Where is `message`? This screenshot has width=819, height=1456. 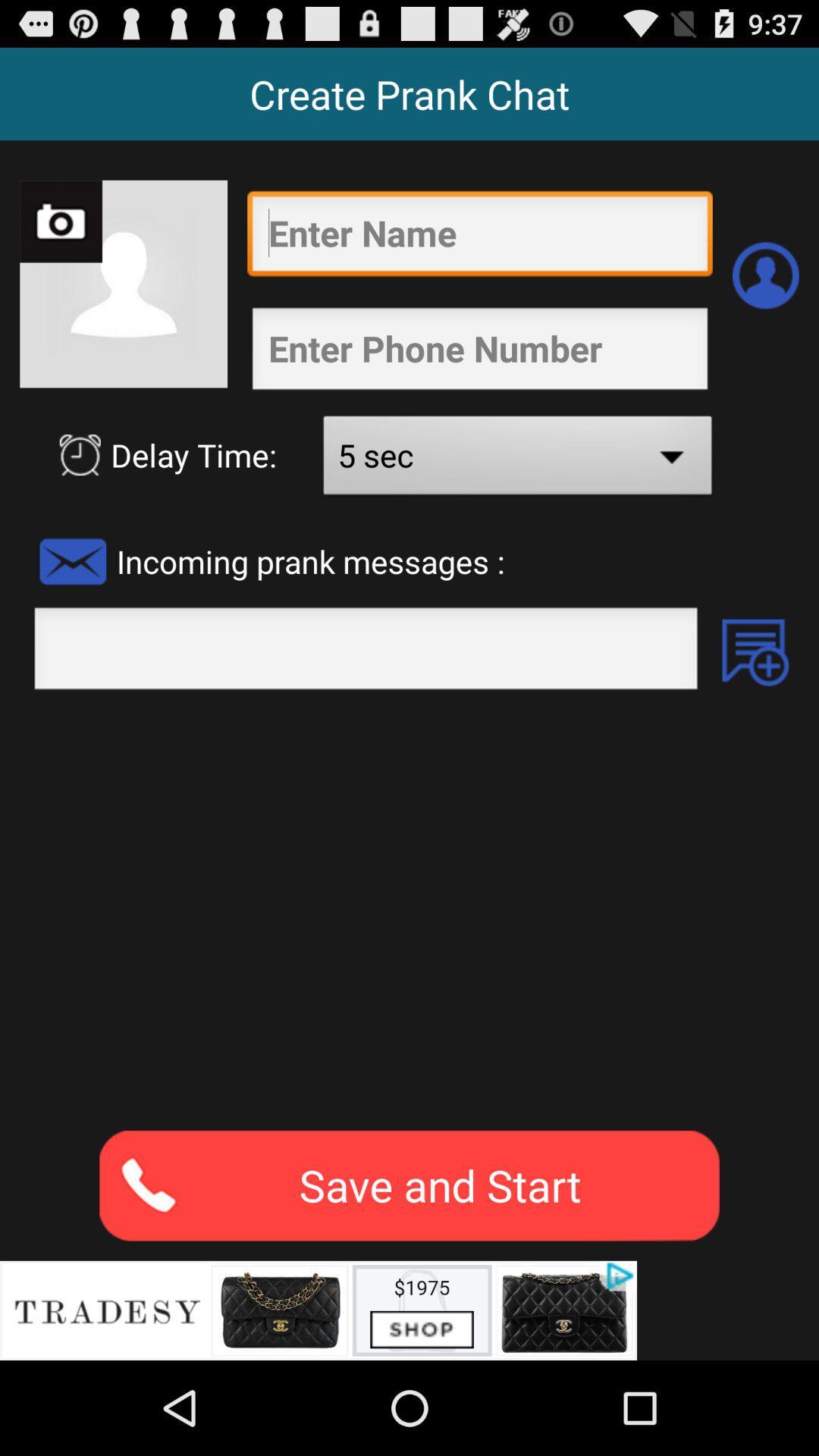 message is located at coordinates (755, 652).